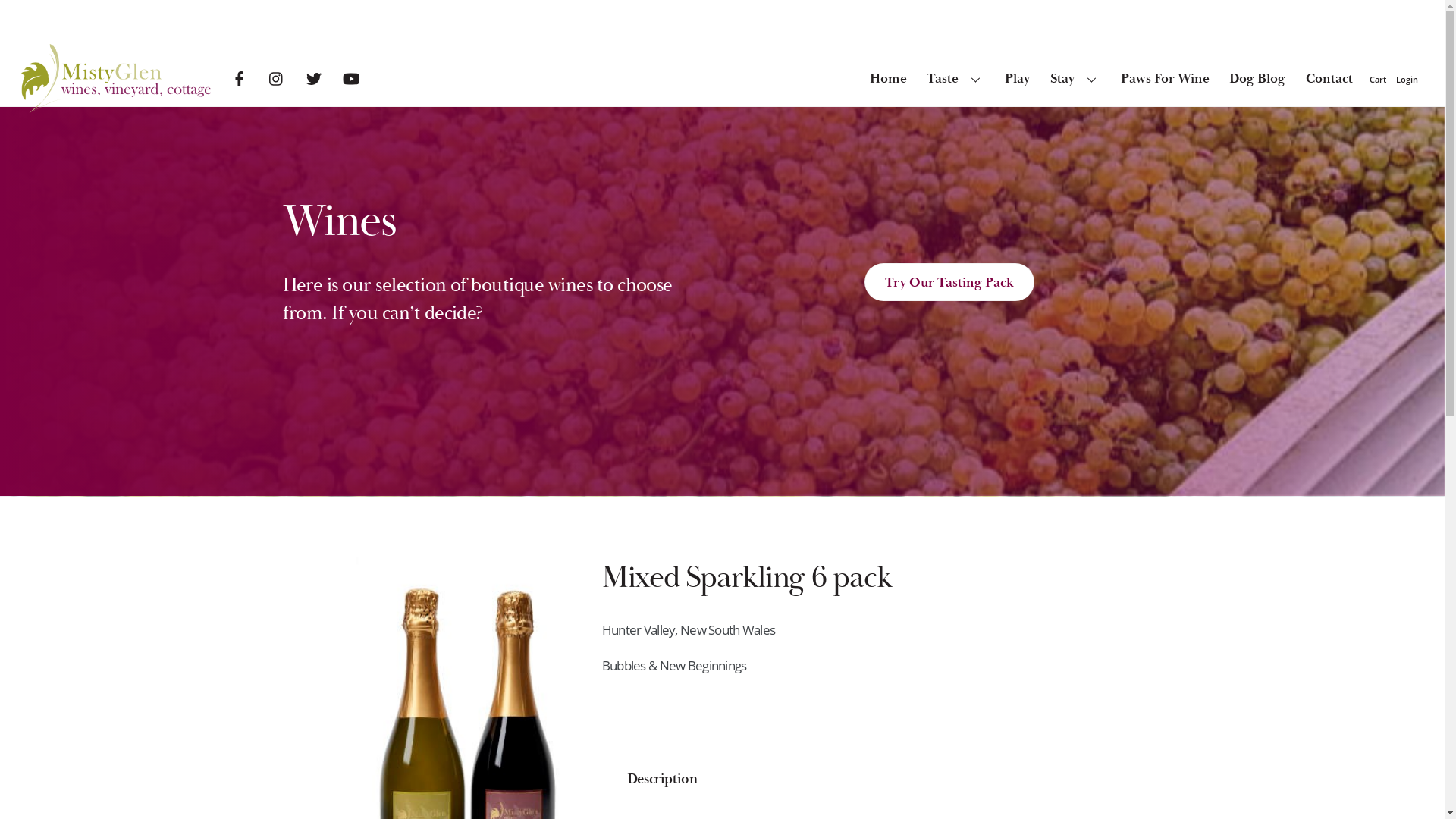 This screenshot has height=819, width=1456. I want to click on 'Try Our Tasting Pack', so click(949, 281).